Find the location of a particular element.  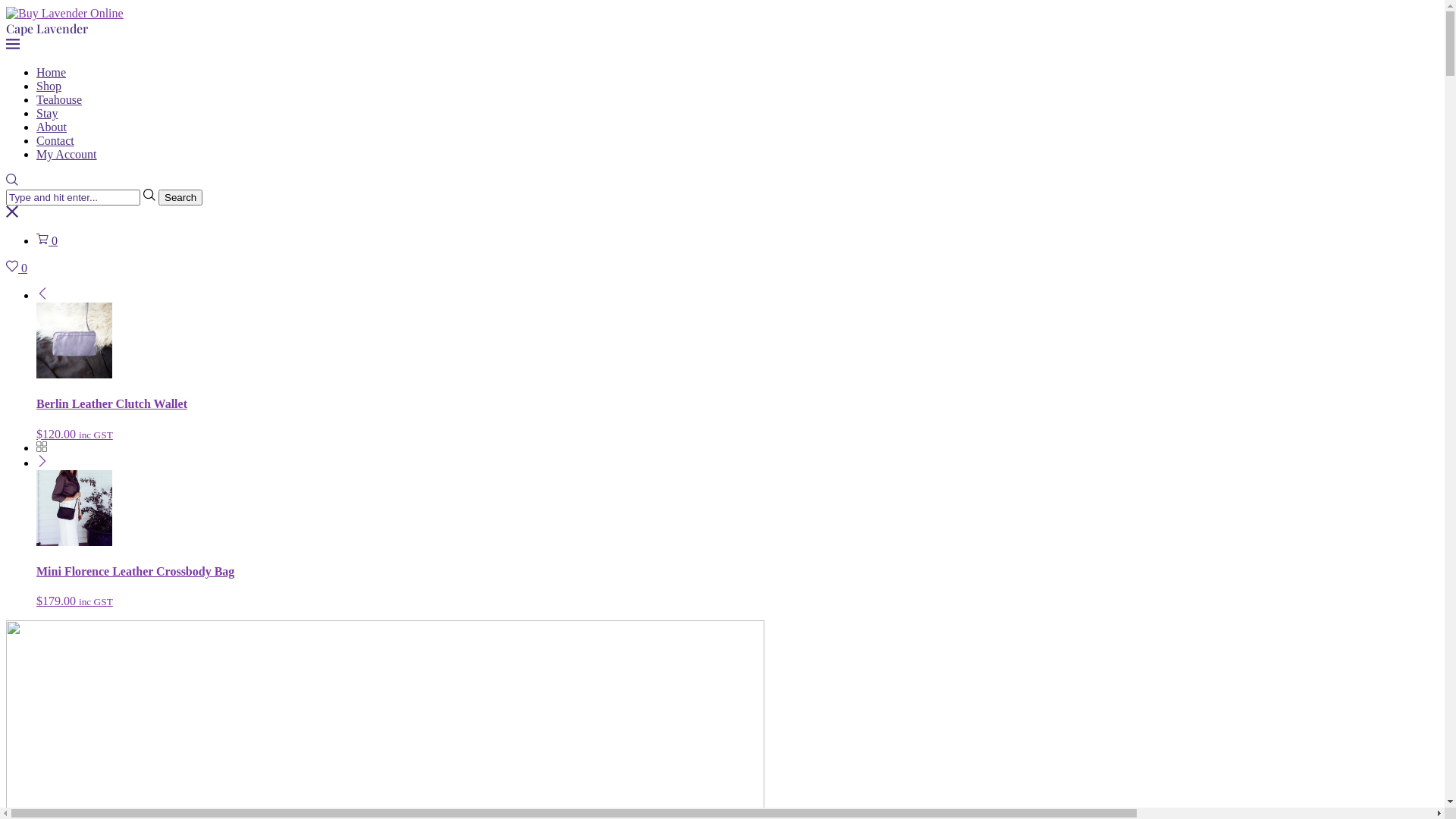

'About' is located at coordinates (51, 126).